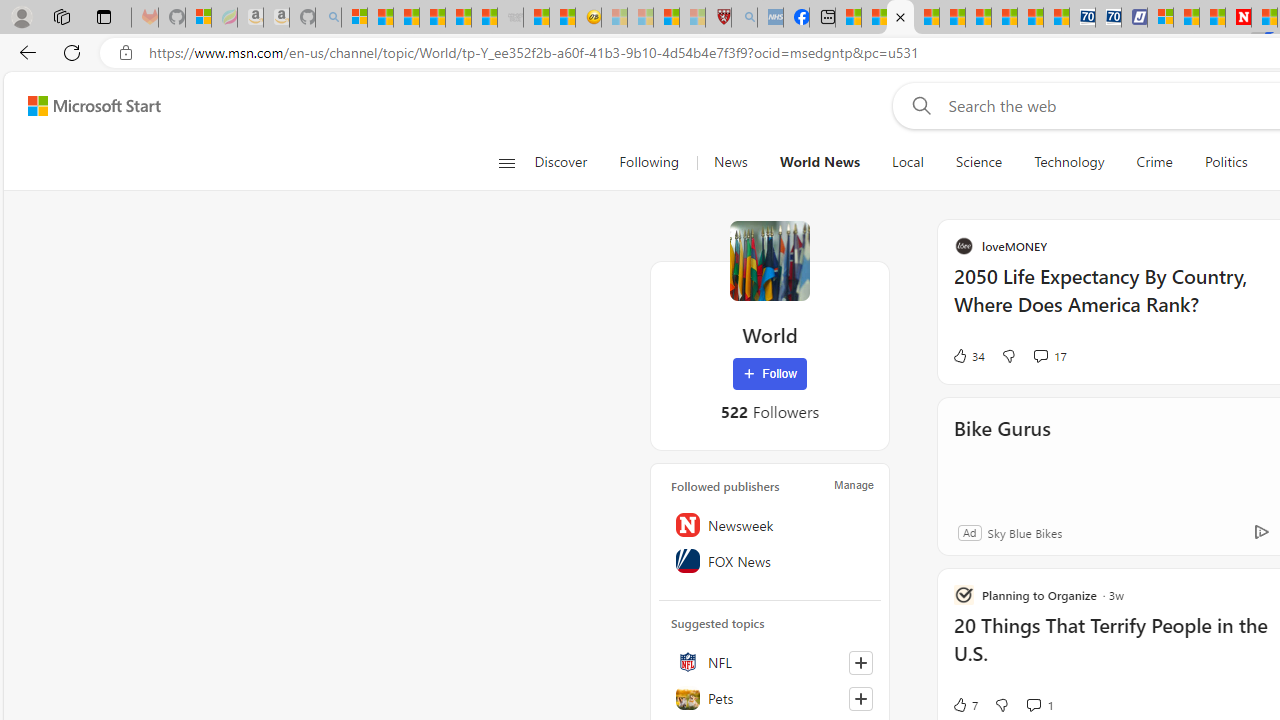 This screenshot has width=1280, height=720. Describe the element at coordinates (405, 17) in the screenshot. I see `'The Weather Channel - MSN'` at that location.